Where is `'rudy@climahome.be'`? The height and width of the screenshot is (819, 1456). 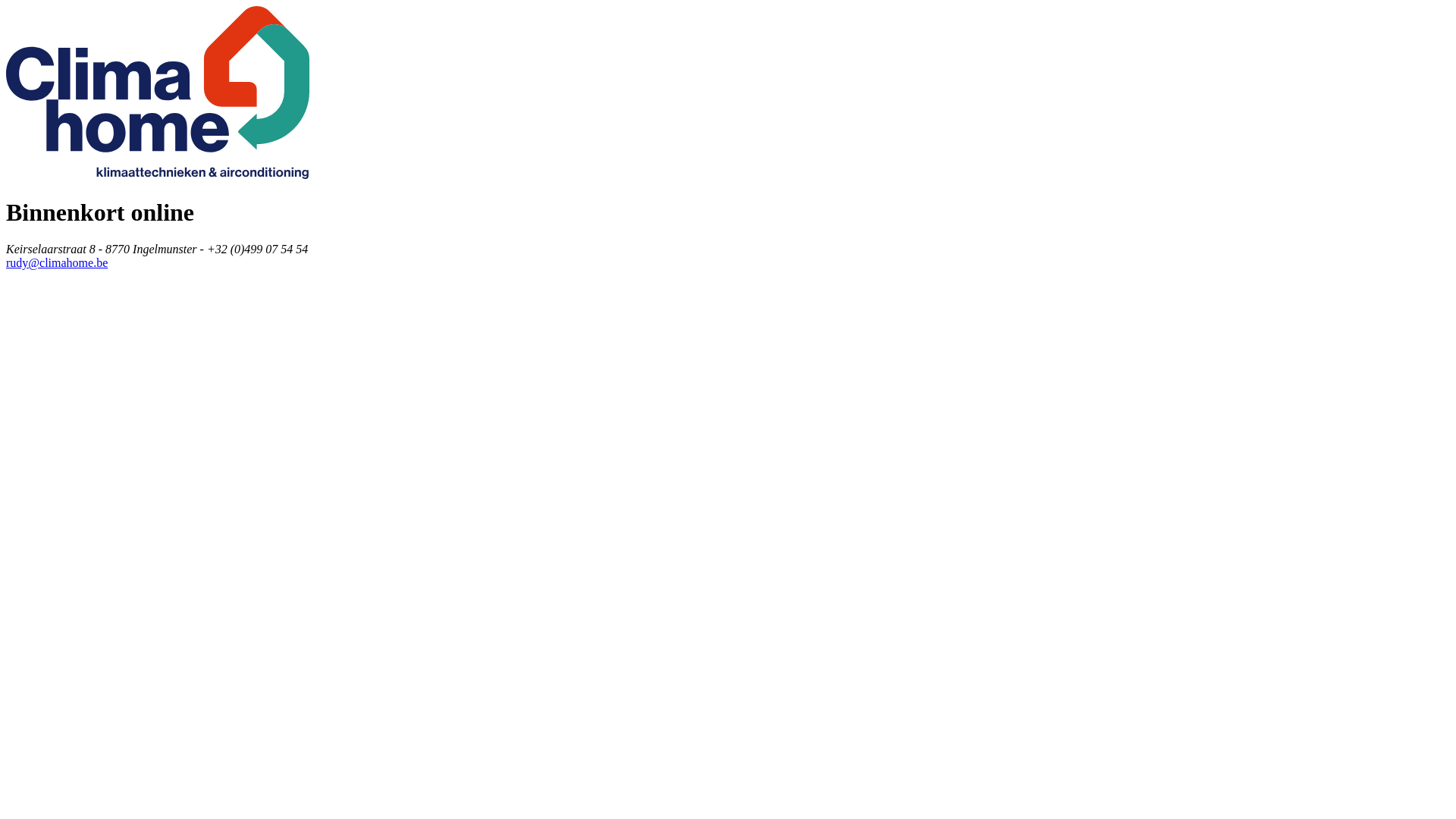 'rudy@climahome.be' is located at coordinates (57, 262).